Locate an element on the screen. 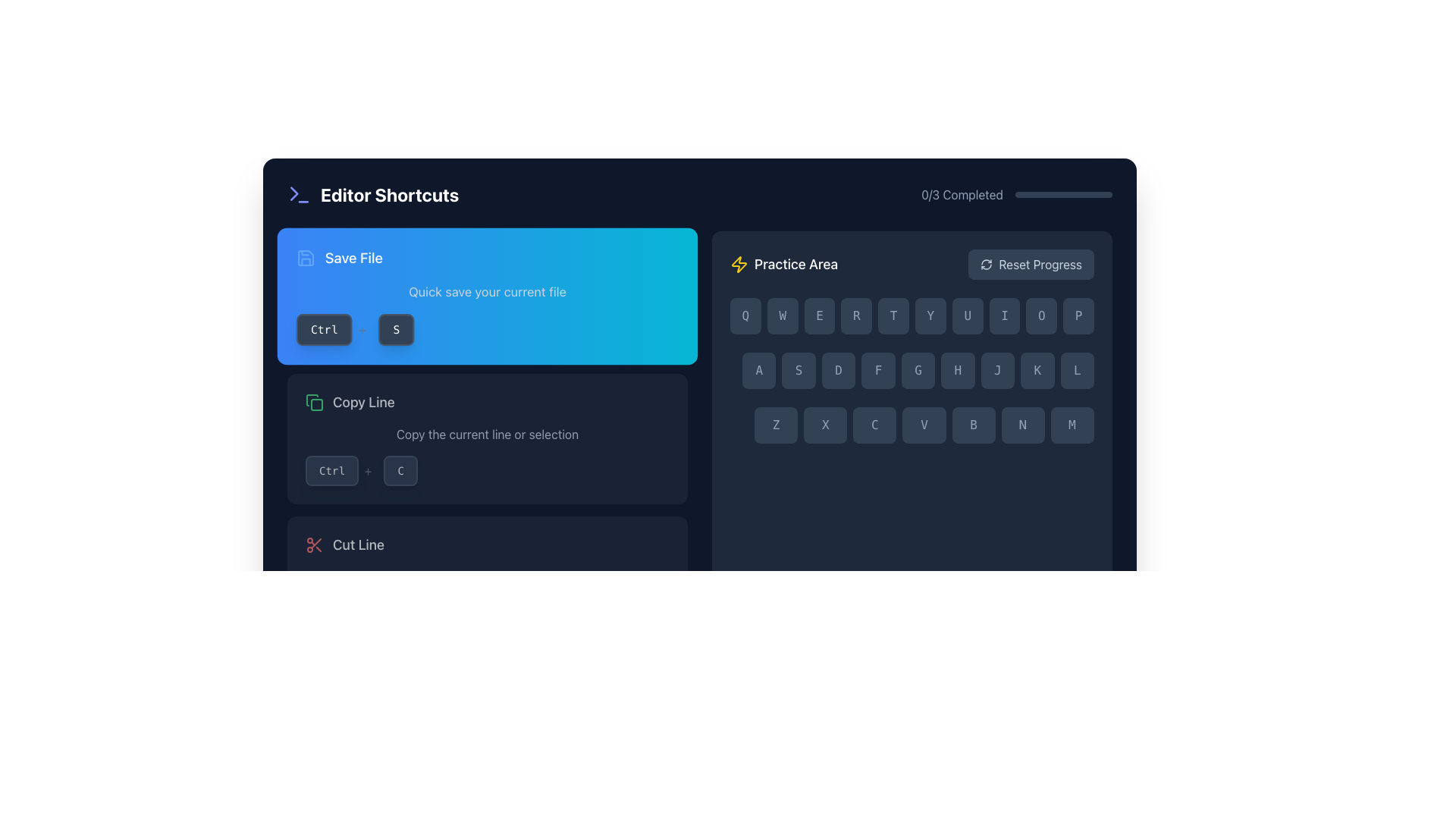 Image resolution: width=1456 pixels, height=819 pixels. the 'Y' key, which is a rounded rectangular button with a dark slate blue background and light slate gray text, positioned centrally in the practice area on the right side of the interface is located at coordinates (930, 315).